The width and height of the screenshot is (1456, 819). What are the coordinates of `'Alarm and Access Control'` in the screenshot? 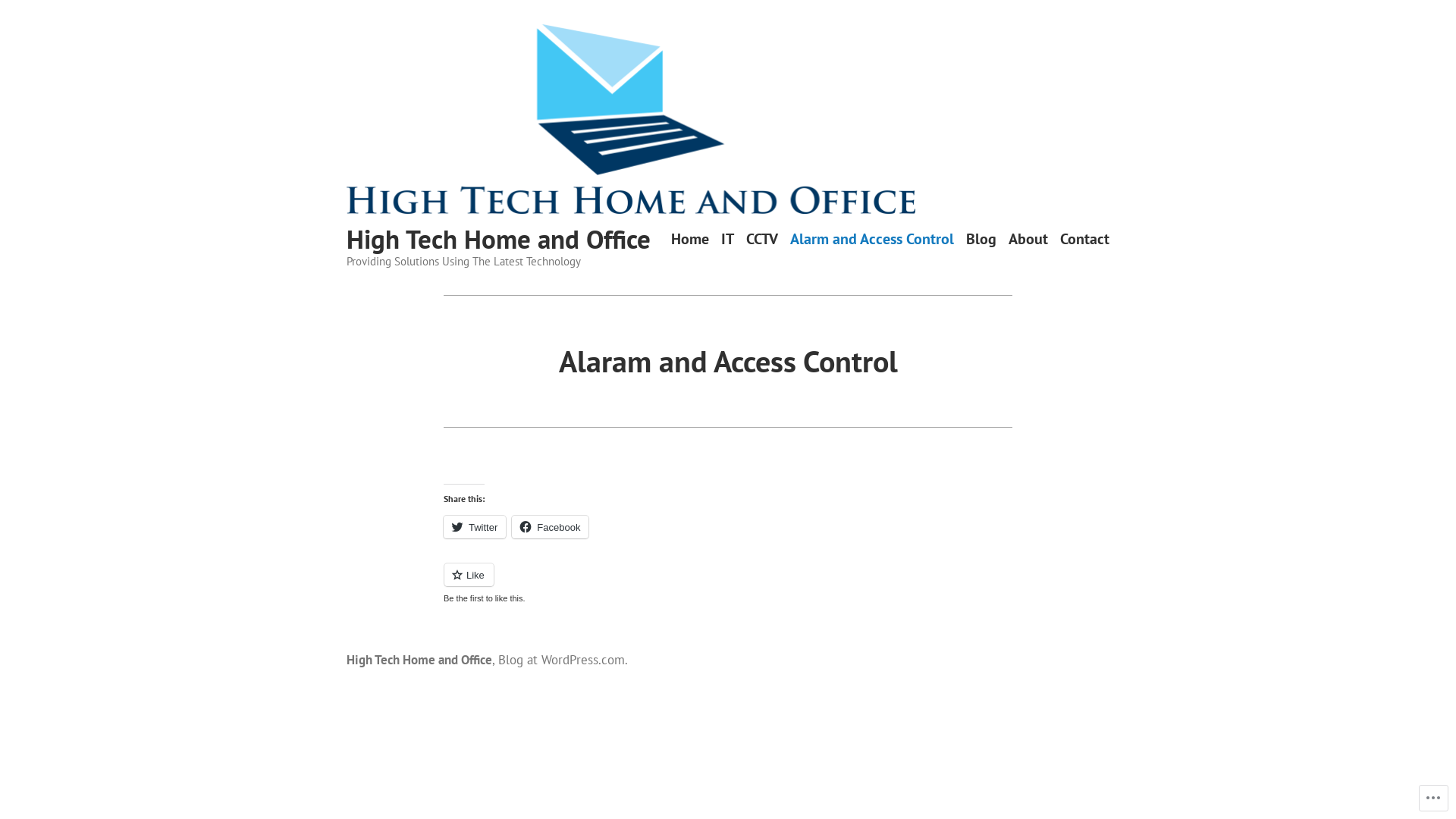 It's located at (872, 239).